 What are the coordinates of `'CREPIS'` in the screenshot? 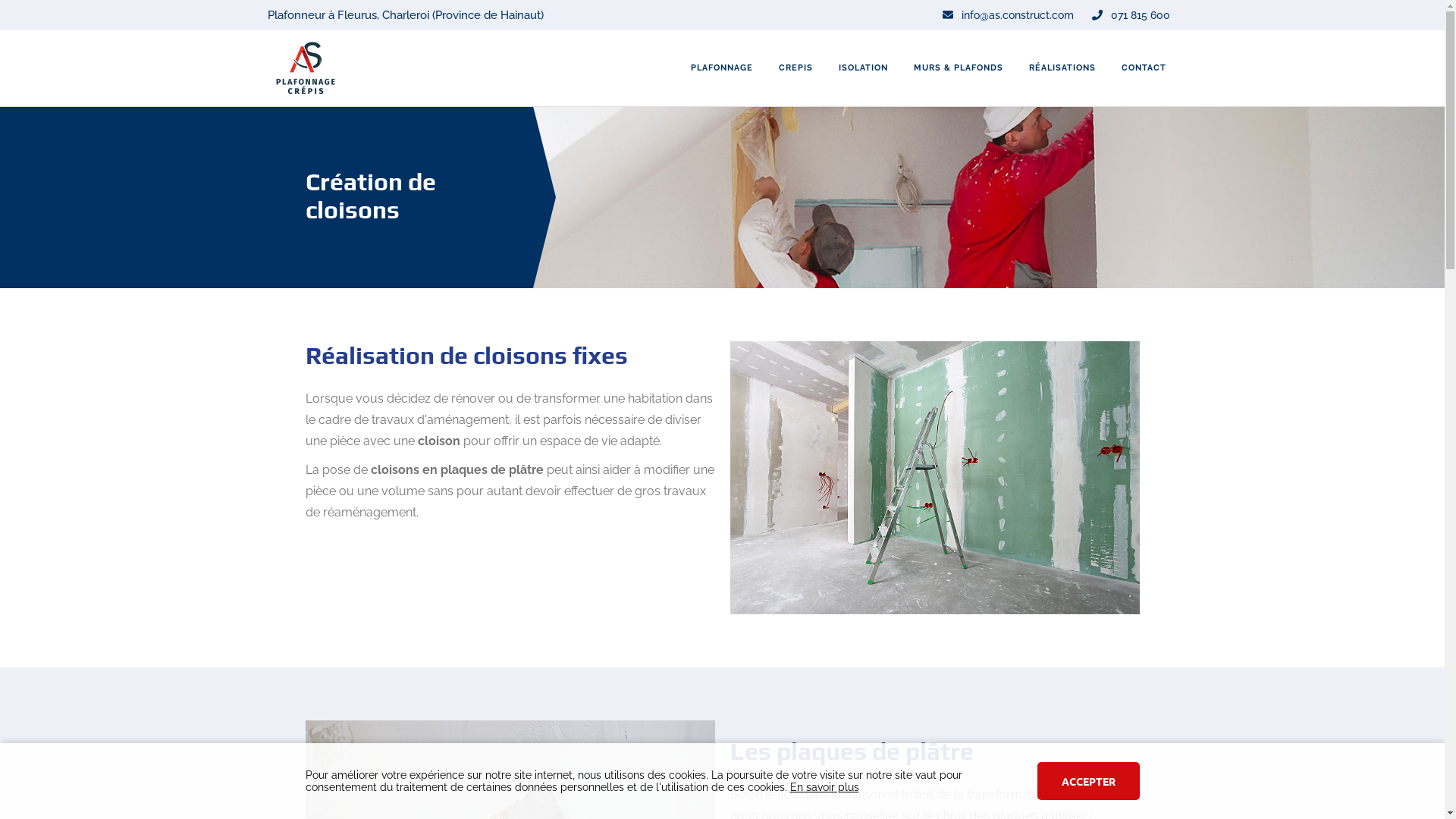 It's located at (795, 67).